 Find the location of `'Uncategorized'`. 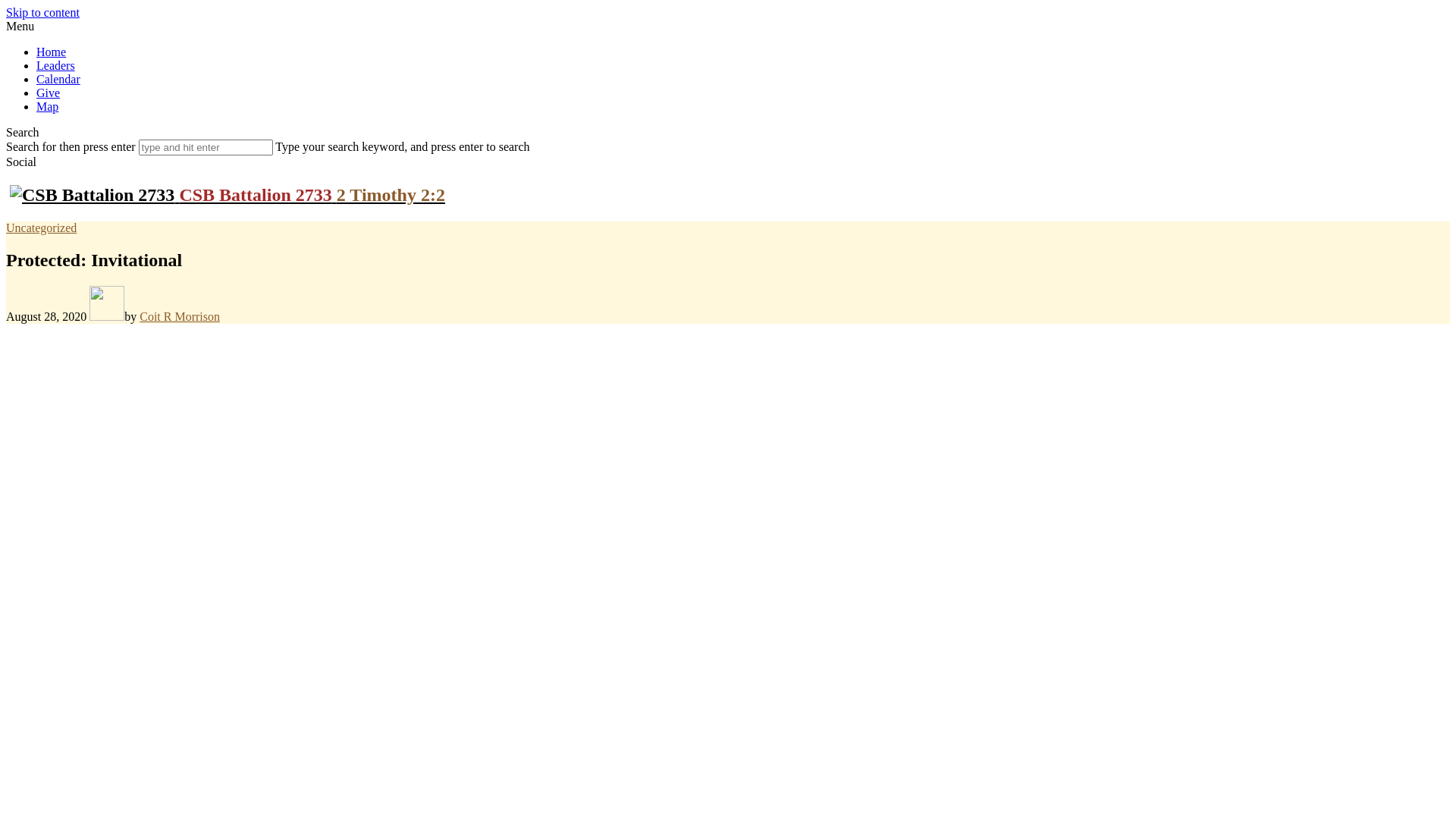

'Uncategorized' is located at coordinates (6, 227).